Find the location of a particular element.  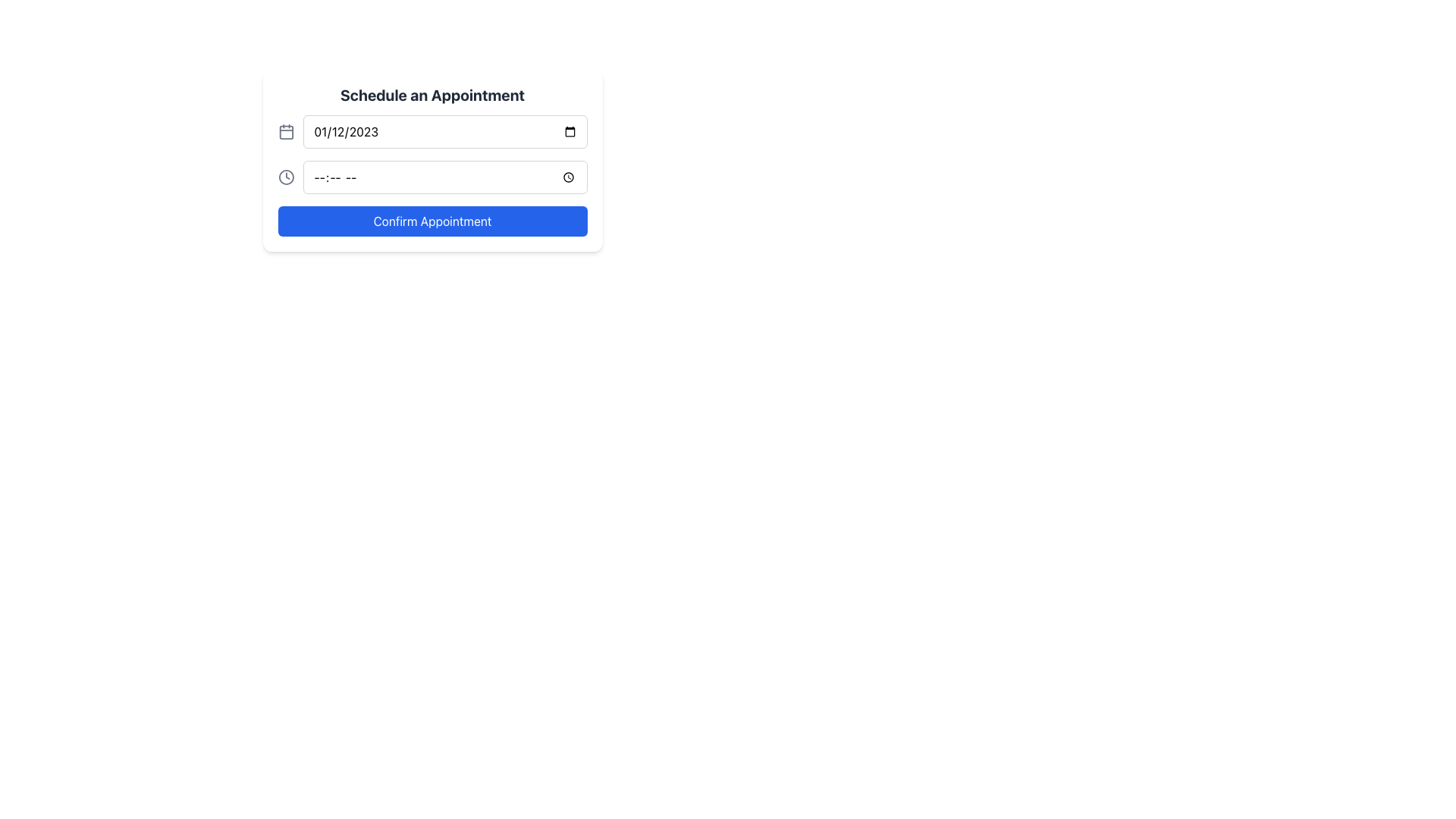

the circular outline icon that is part of a clock representation, located to the right of the time selection input field is located at coordinates (286, 177).